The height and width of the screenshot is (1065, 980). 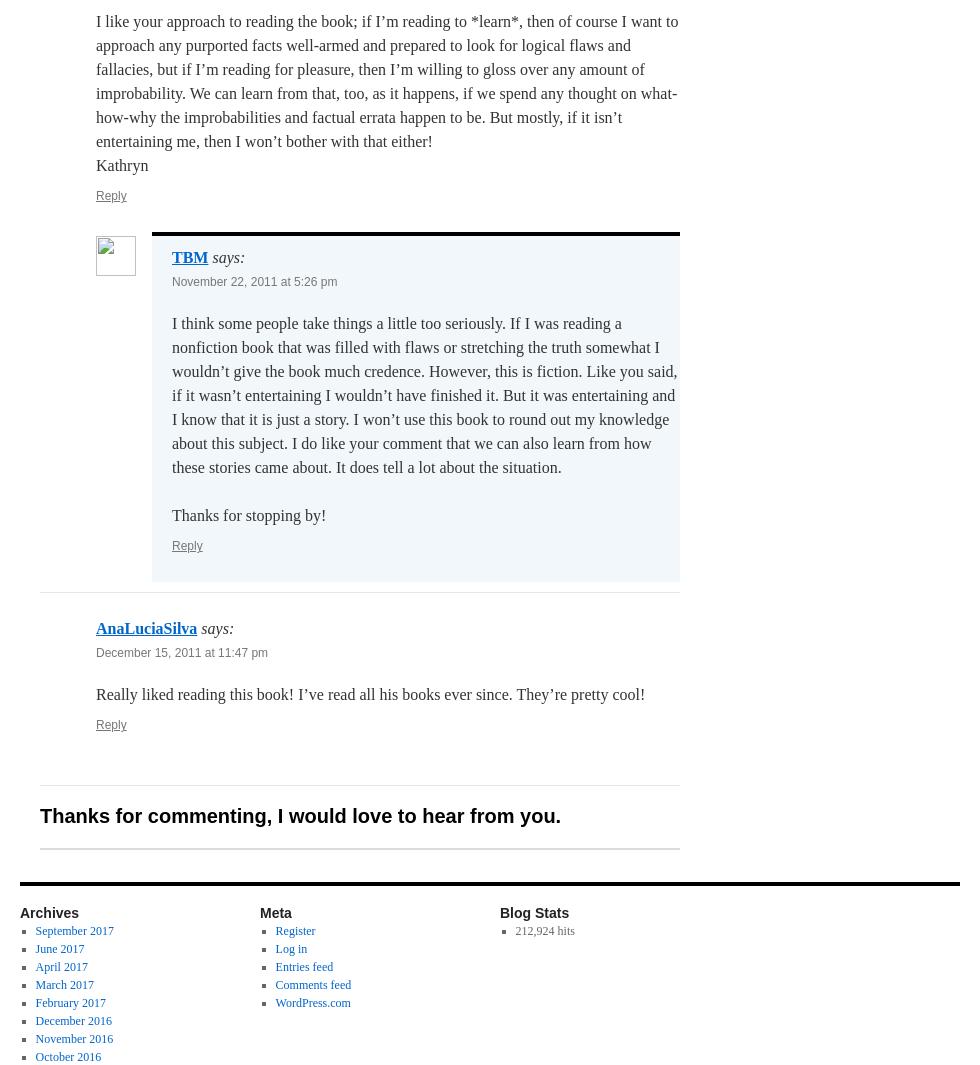 What do you see at coordinates (122, 164) in the screenshot?
I see `'Kathryn'` at bounding box center [122, 164].